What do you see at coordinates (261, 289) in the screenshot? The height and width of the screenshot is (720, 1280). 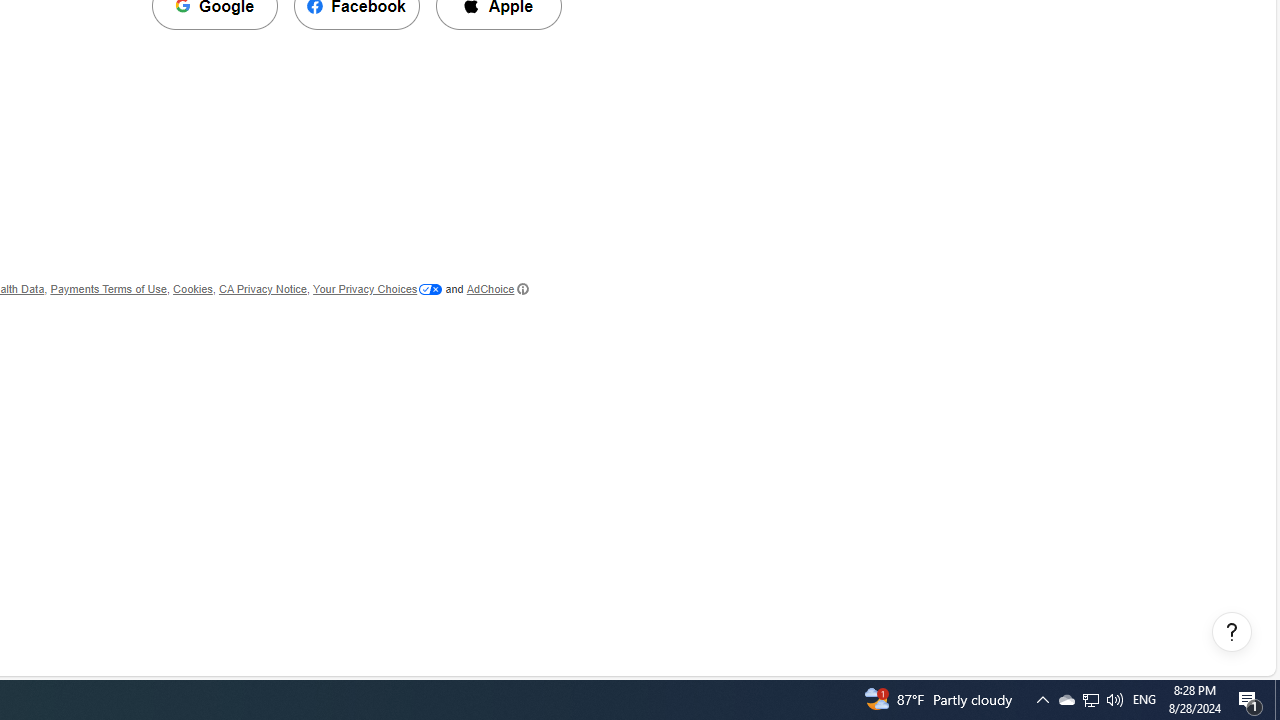 I see `'CA Privacy Notice'` at bounding box center [261, 289].